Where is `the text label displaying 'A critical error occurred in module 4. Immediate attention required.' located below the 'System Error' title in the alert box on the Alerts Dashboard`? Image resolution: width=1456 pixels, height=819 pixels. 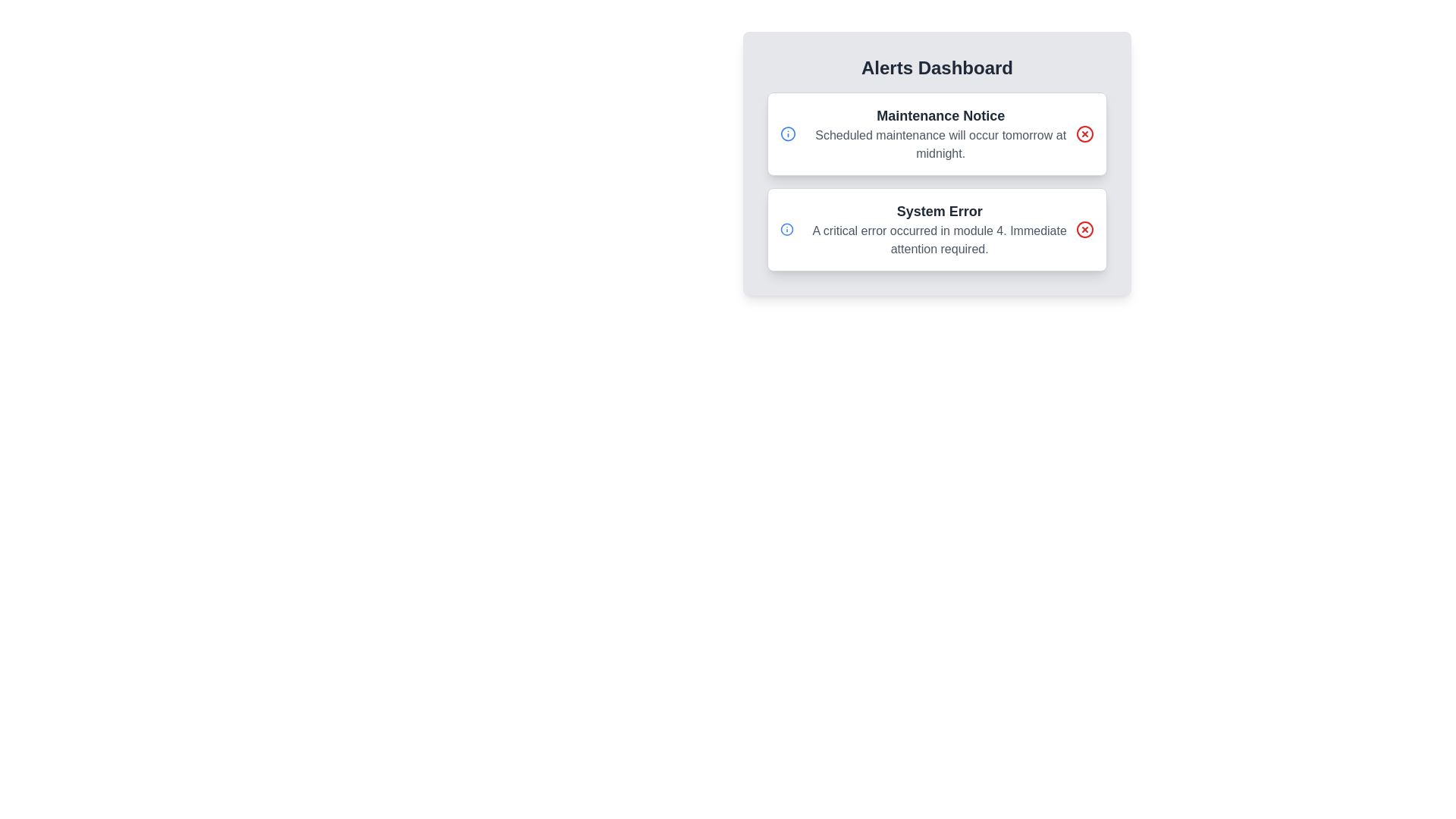 the text label displaying 'A critical error occurred in module 4. Immediate attention required.' located below the 'System Error' title in the alert box on the Alerts Dashboard is located at coordinates (939, 239).